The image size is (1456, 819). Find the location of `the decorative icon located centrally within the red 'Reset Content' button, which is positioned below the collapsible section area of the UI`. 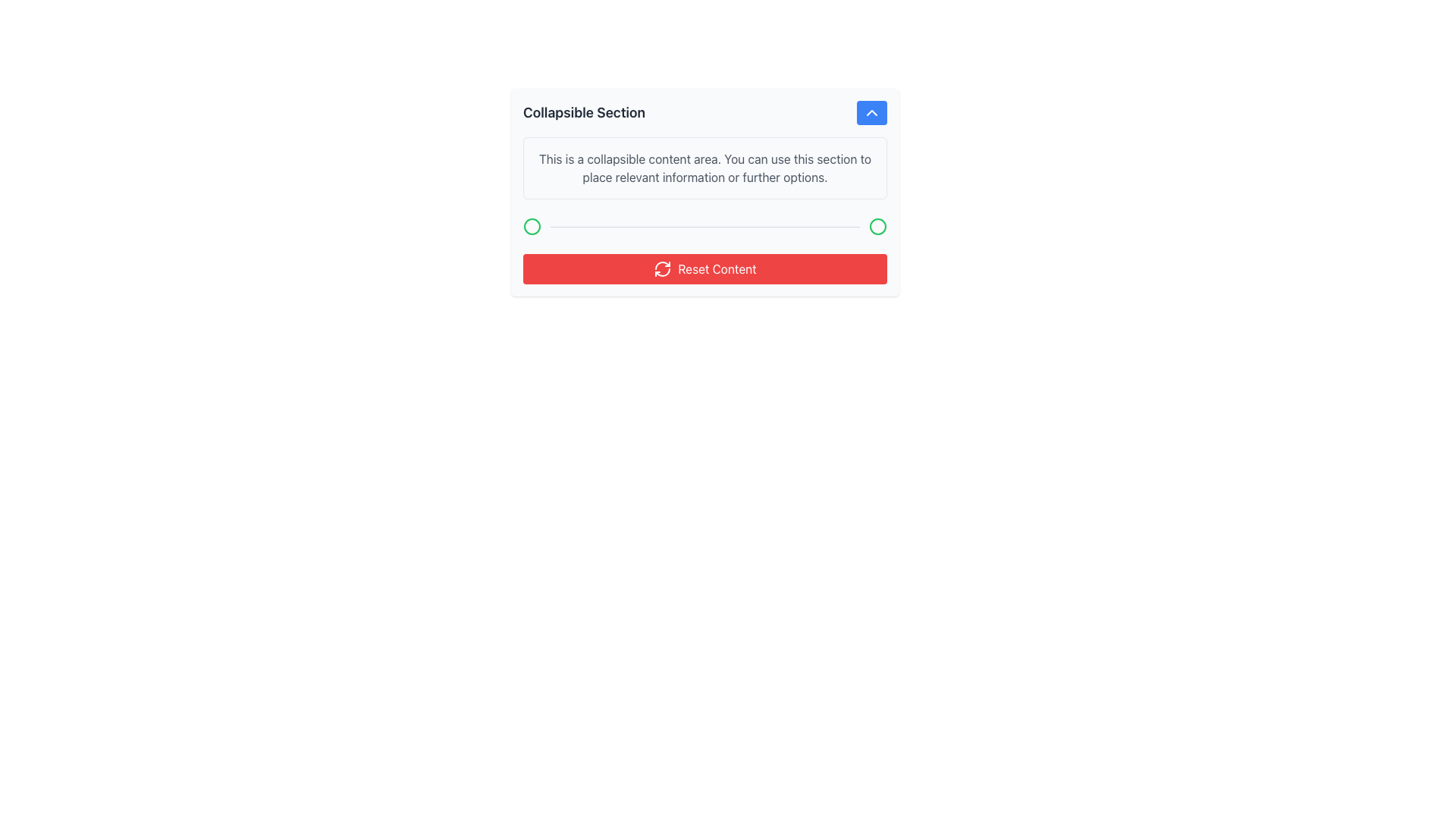

the decorative icon located centrally within the red 'Reset Content' button, which is positioned below the collapsible section area of the UI is located at coordinates (663, 268).